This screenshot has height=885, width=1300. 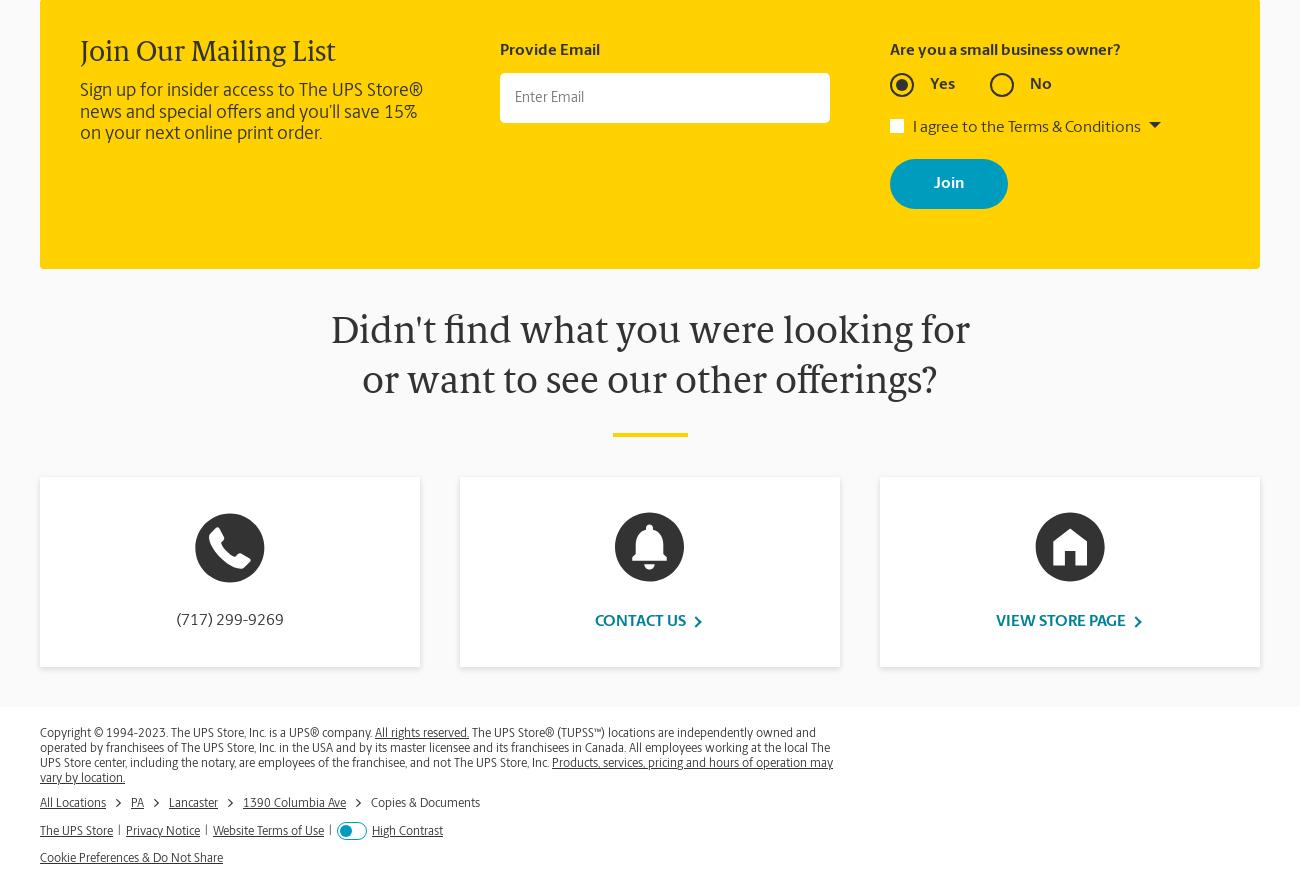 I want to click on 'I agree to the Terms & Conditions', so click(x=1026, y=126).